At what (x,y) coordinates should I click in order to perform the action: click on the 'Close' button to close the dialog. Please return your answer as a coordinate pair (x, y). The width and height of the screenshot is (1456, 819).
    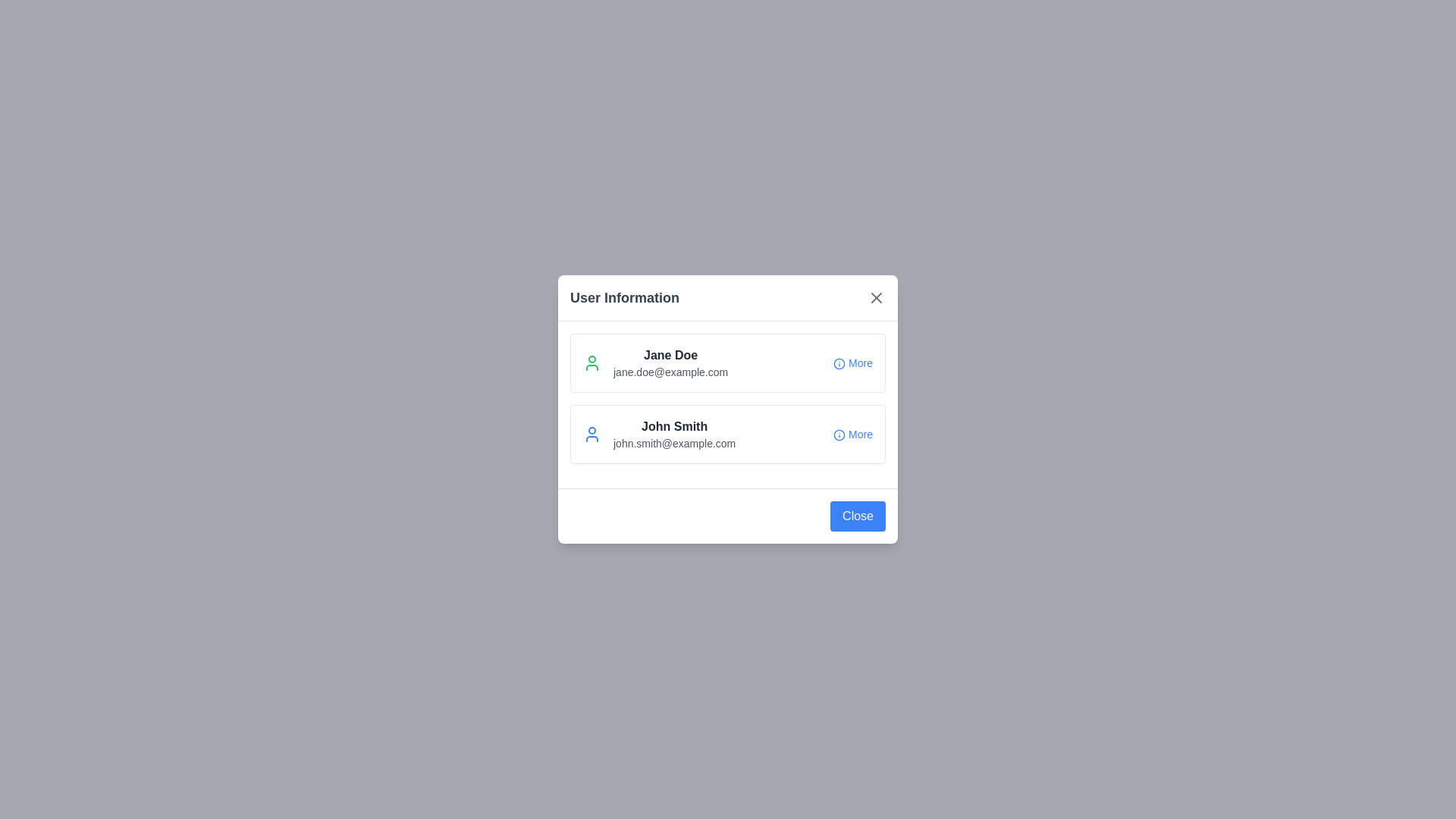
    Looking at the image, I should click on (858, 516).